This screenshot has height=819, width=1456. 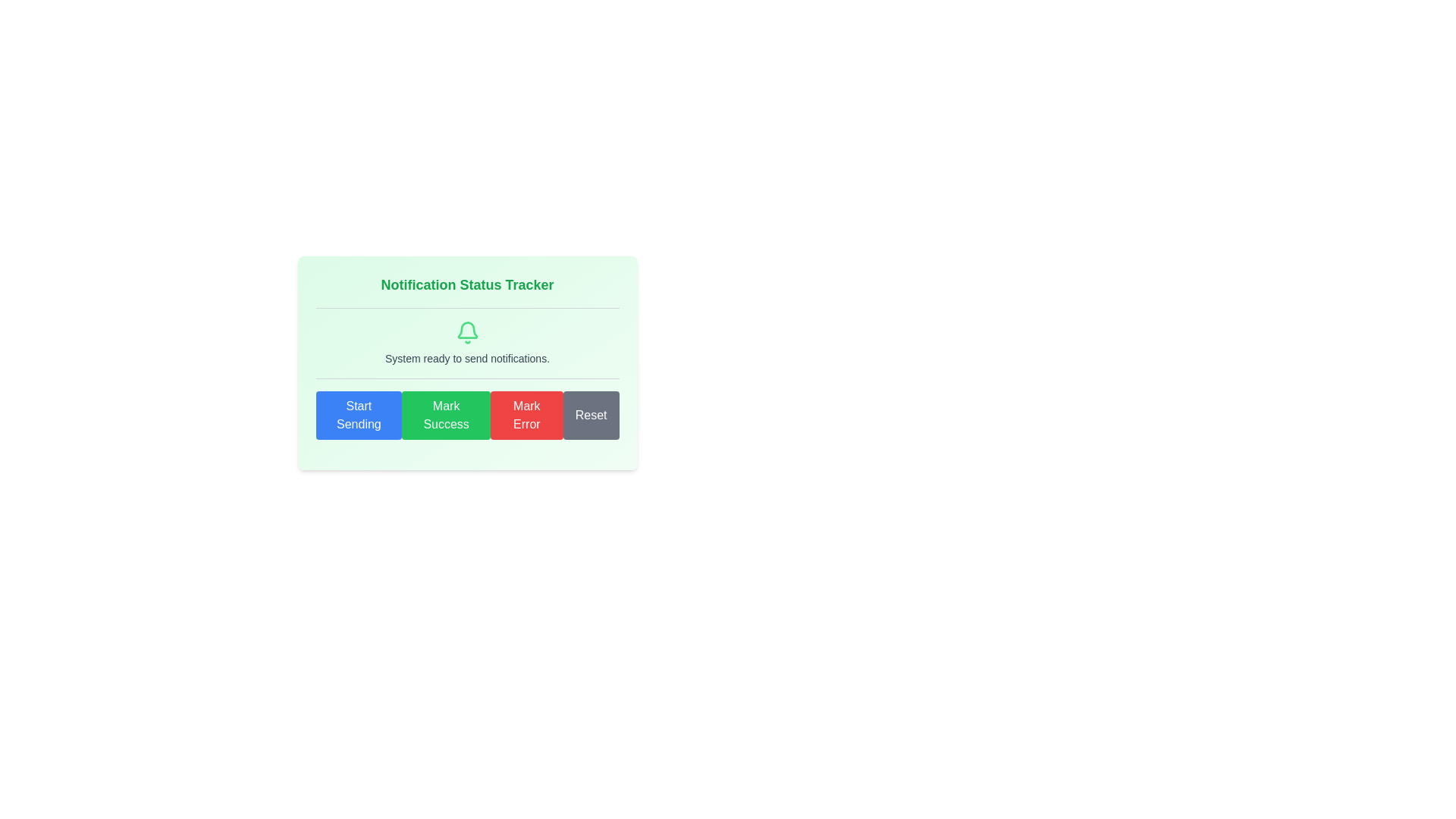 I want to click on the bell icon with a green outline and green dot located centrally beneath the 'Notification Status Tracker' header, so click(x=466, y=332).